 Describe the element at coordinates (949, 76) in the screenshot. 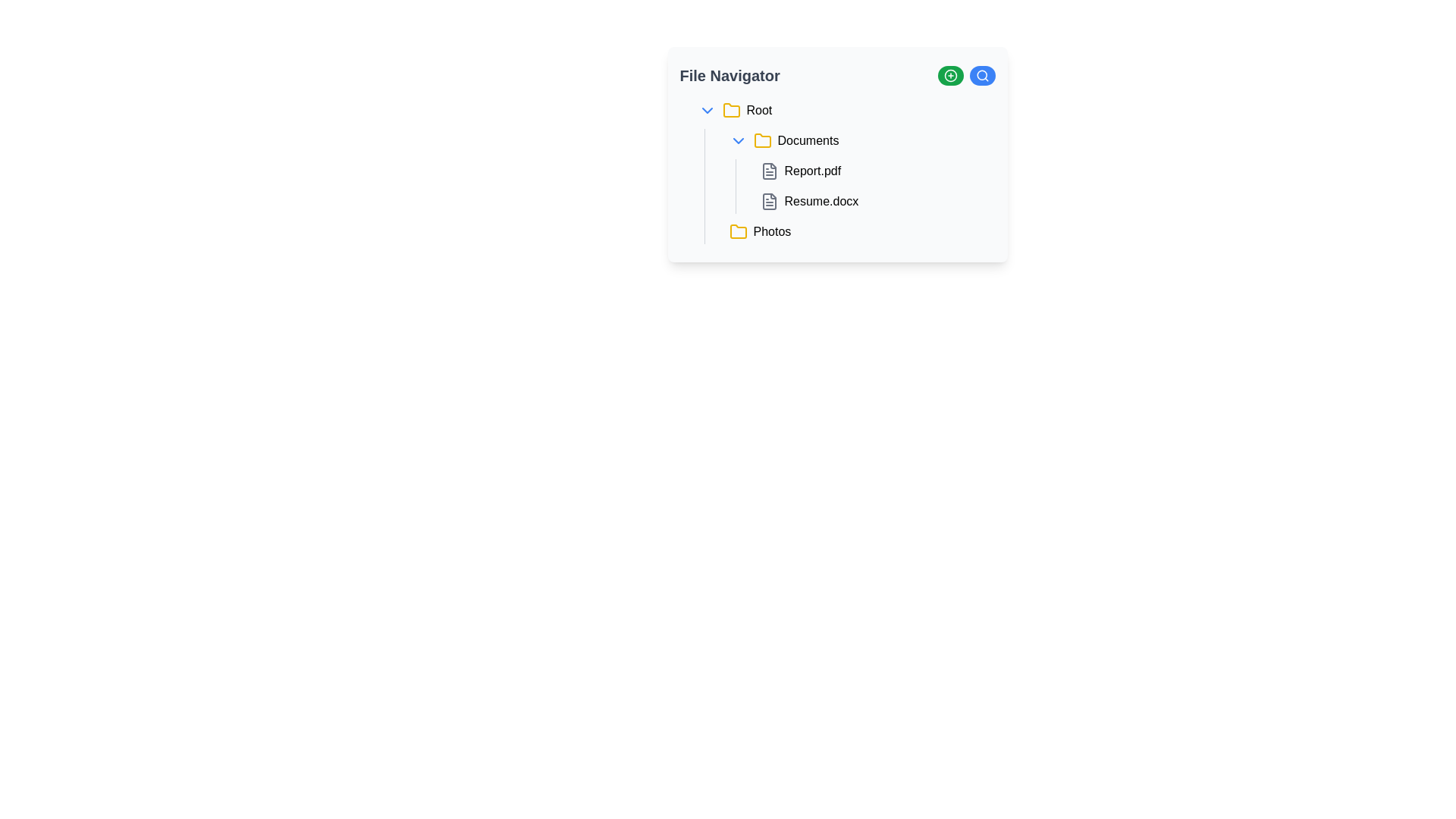

I see `the circular SVG icon representing a plus sign located at the top right corner of the UI panel if it is interactive` at that location.